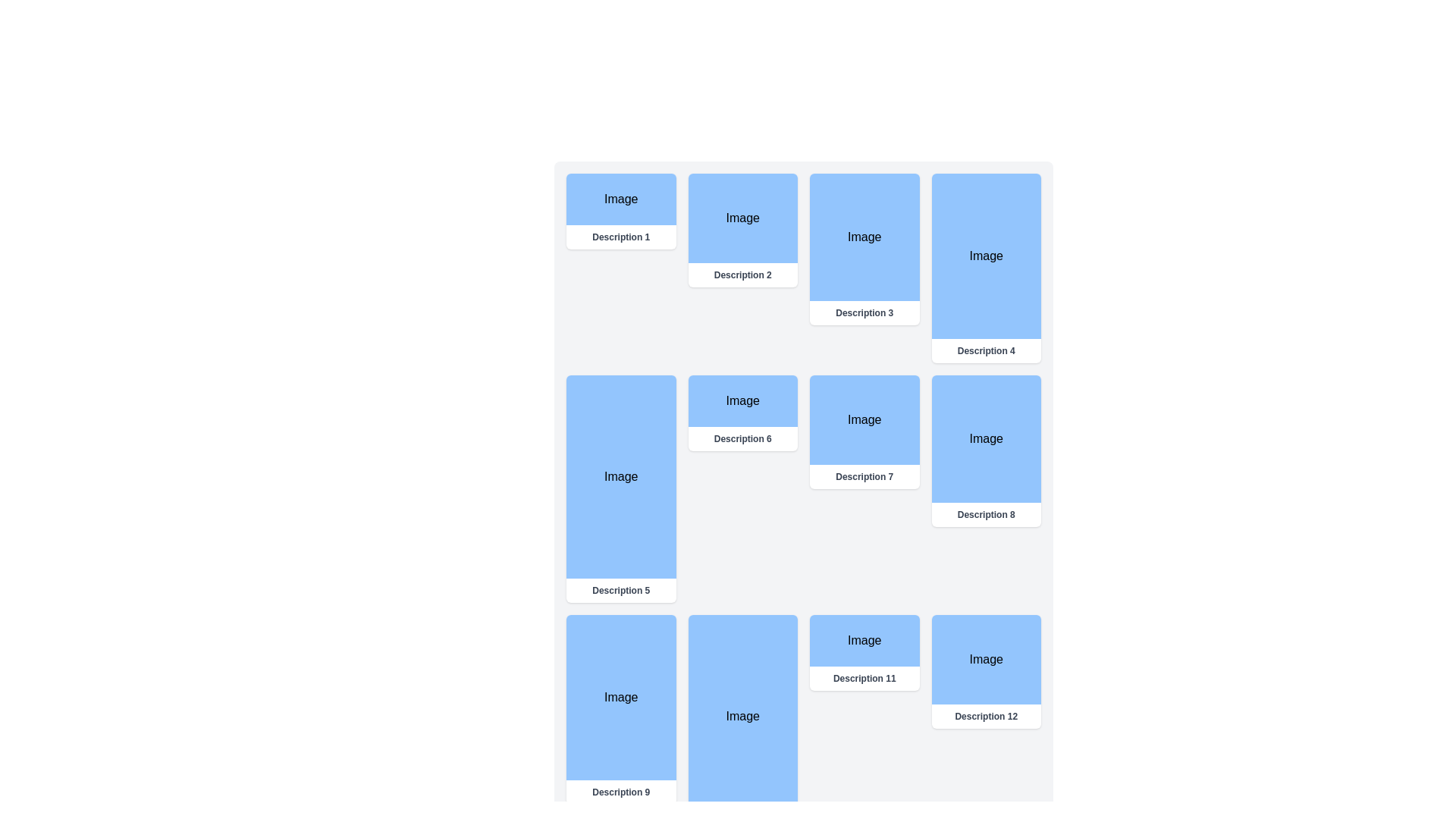  I want to click on the image of the Card Panel located in the second row and fourth column of the grid layout, which has descriptive text below the image, so click(986, 450).